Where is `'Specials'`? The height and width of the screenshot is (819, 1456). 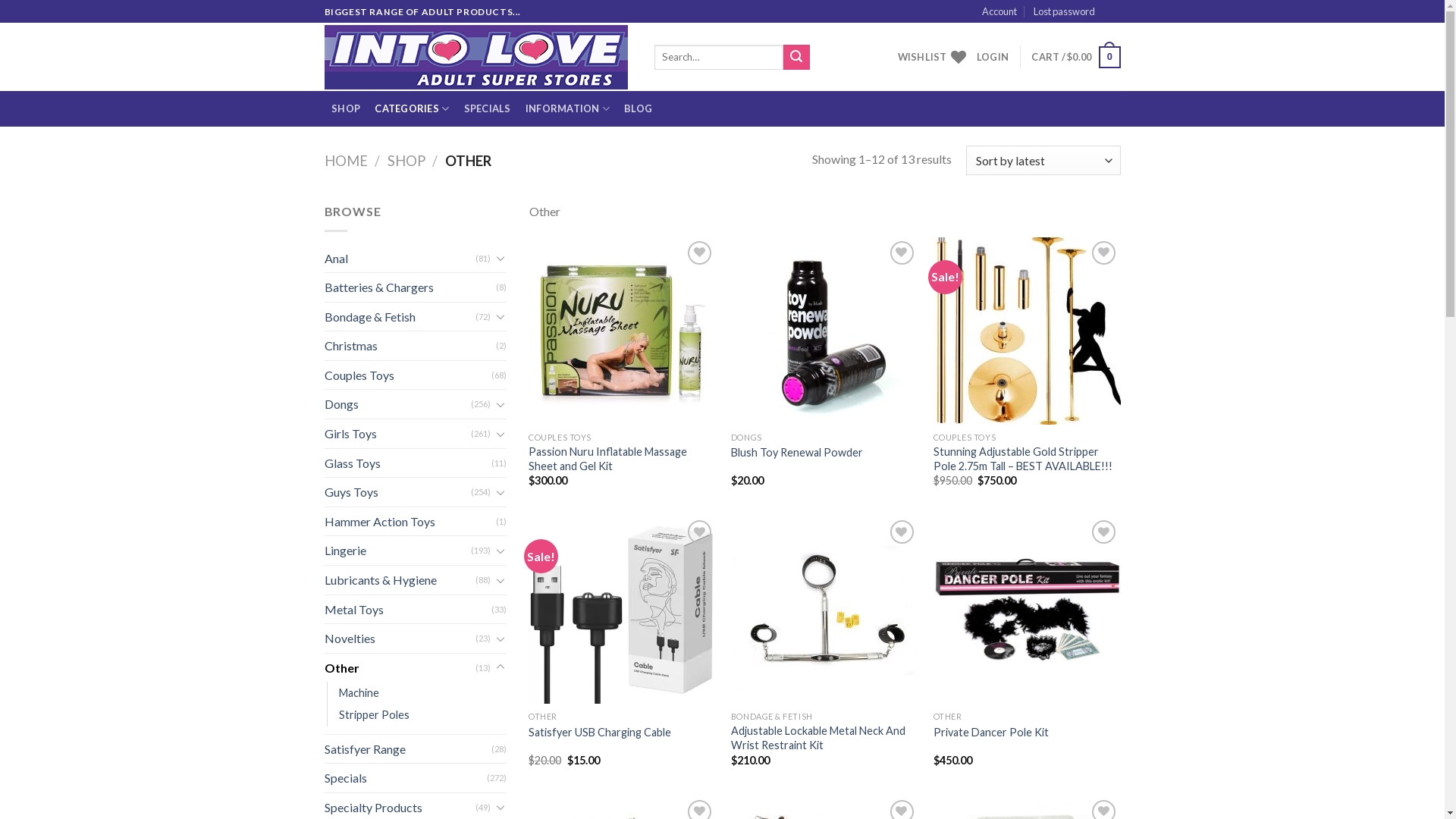 'Specials' is located at coordinates (323, 778).